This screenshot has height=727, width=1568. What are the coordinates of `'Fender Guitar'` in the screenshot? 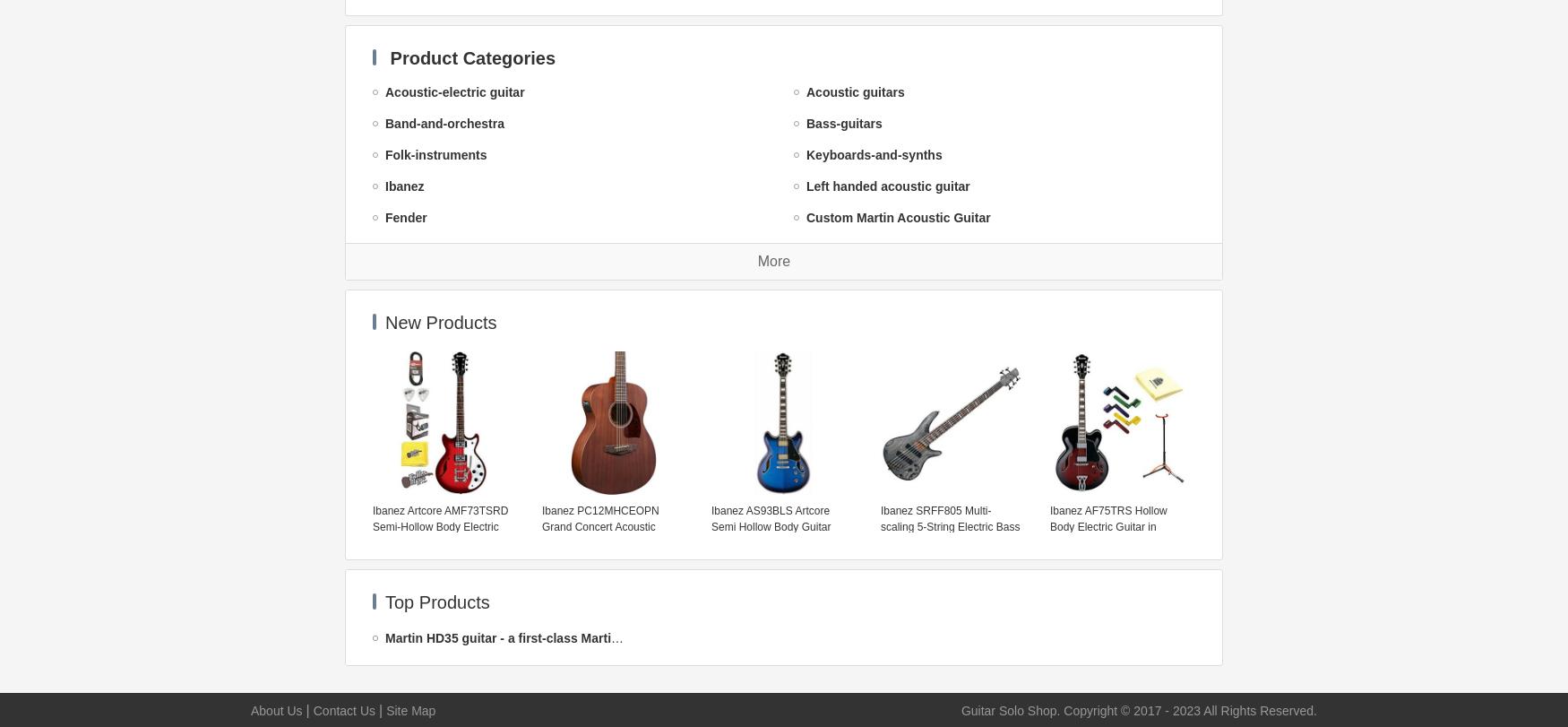 It's located at (847, 343).